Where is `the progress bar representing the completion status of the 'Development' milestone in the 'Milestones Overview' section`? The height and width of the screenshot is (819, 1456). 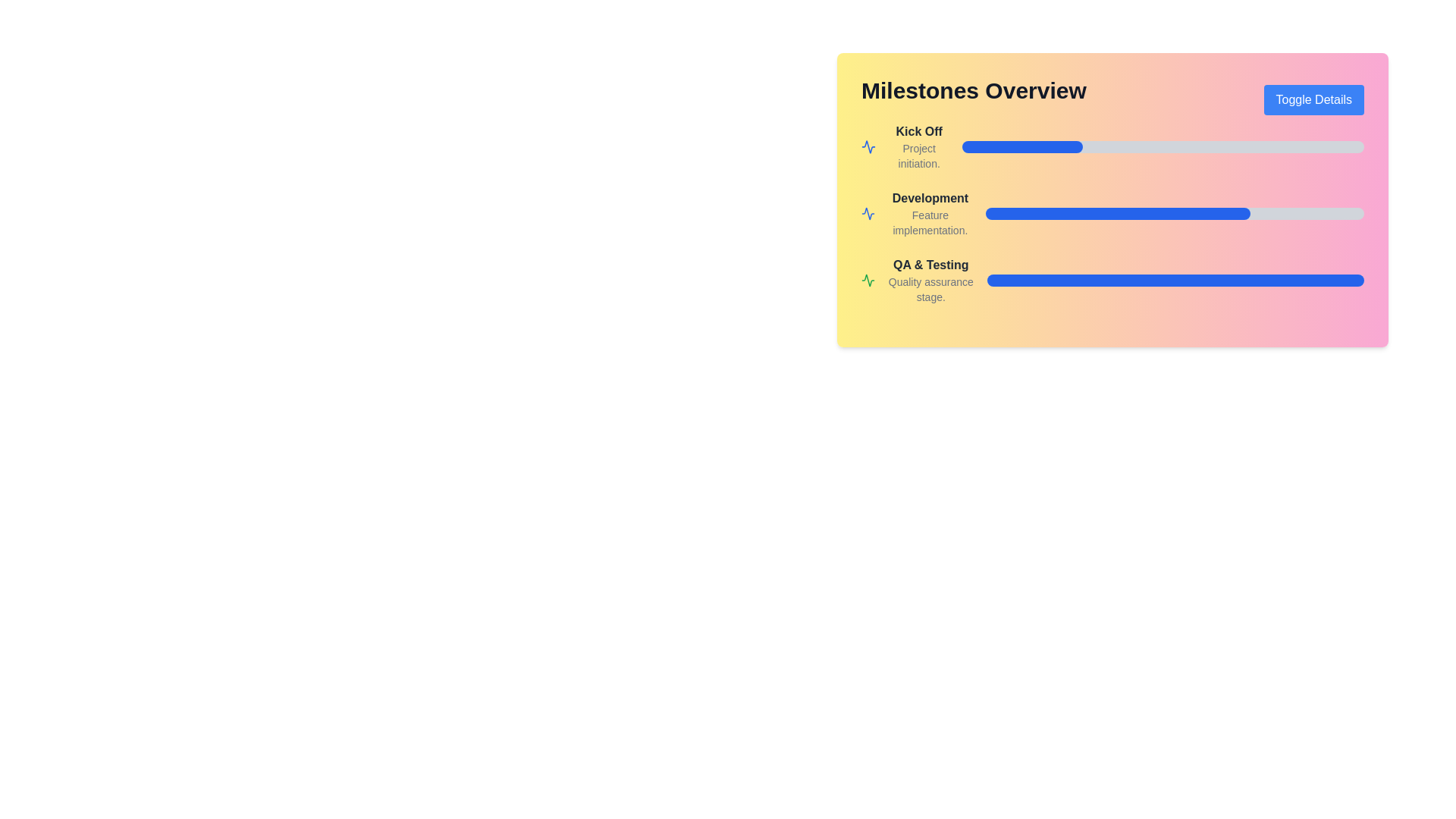
the progress bar representing the completion status of the 'Development' milestone in the 'Milestones Overview' section is located at coordinates (1112, 213).